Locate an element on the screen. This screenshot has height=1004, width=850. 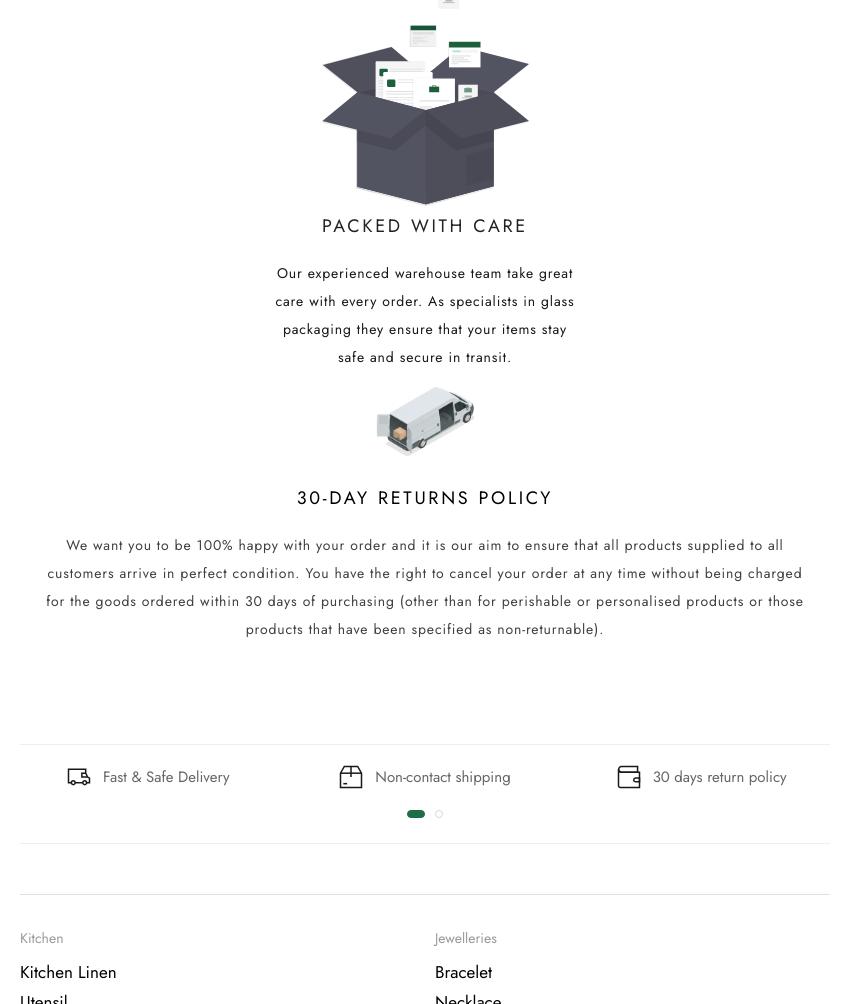
'Our experienced warehouse team take great care with every order. As specialists in glass packaging they ensure that your items stay safe and secure in transit.' is located at coordinates (273, 315).